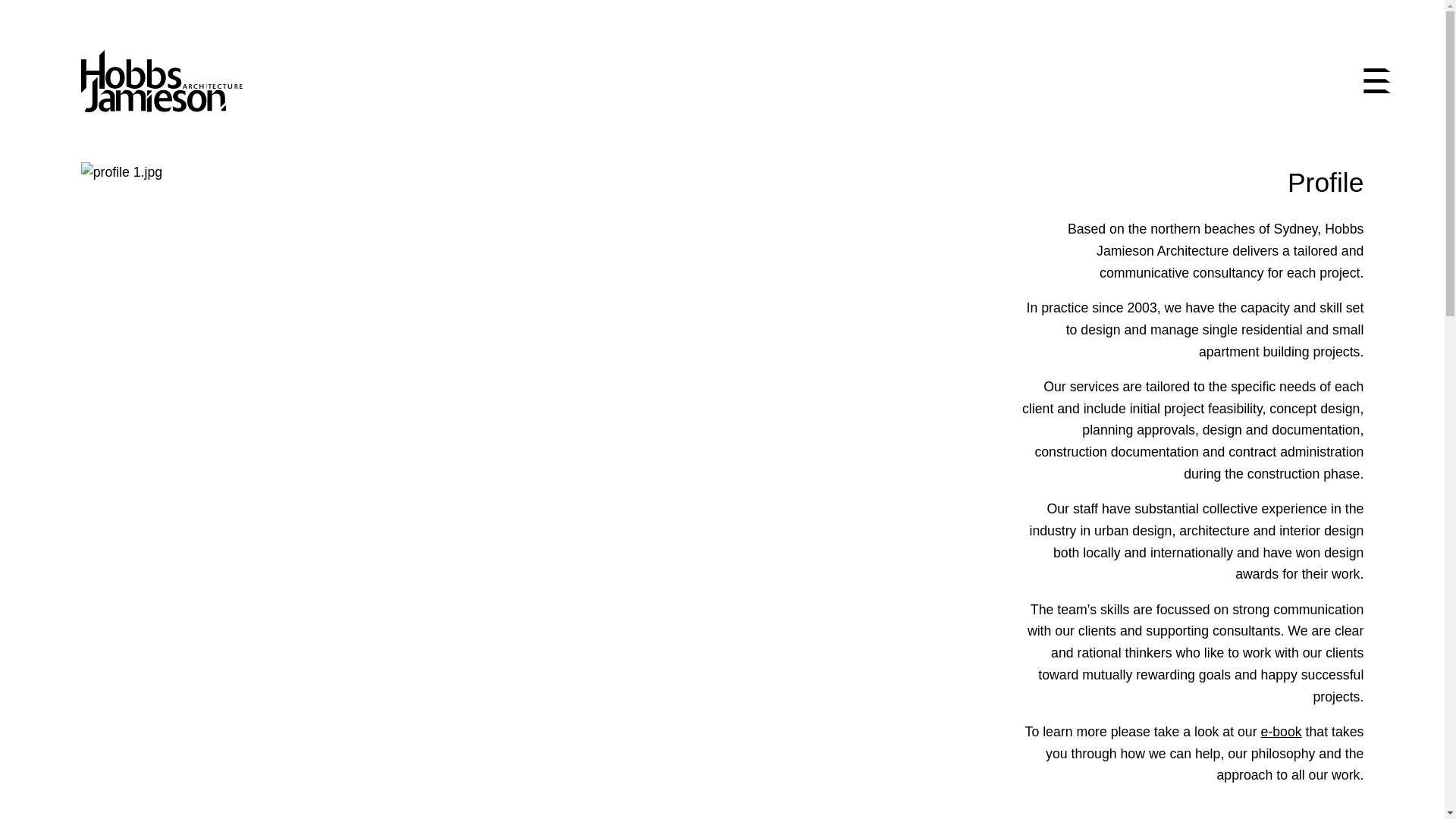  Describe the element at coordinates (1280, 730) in the screenshot. I see `'e-book'` at that location.